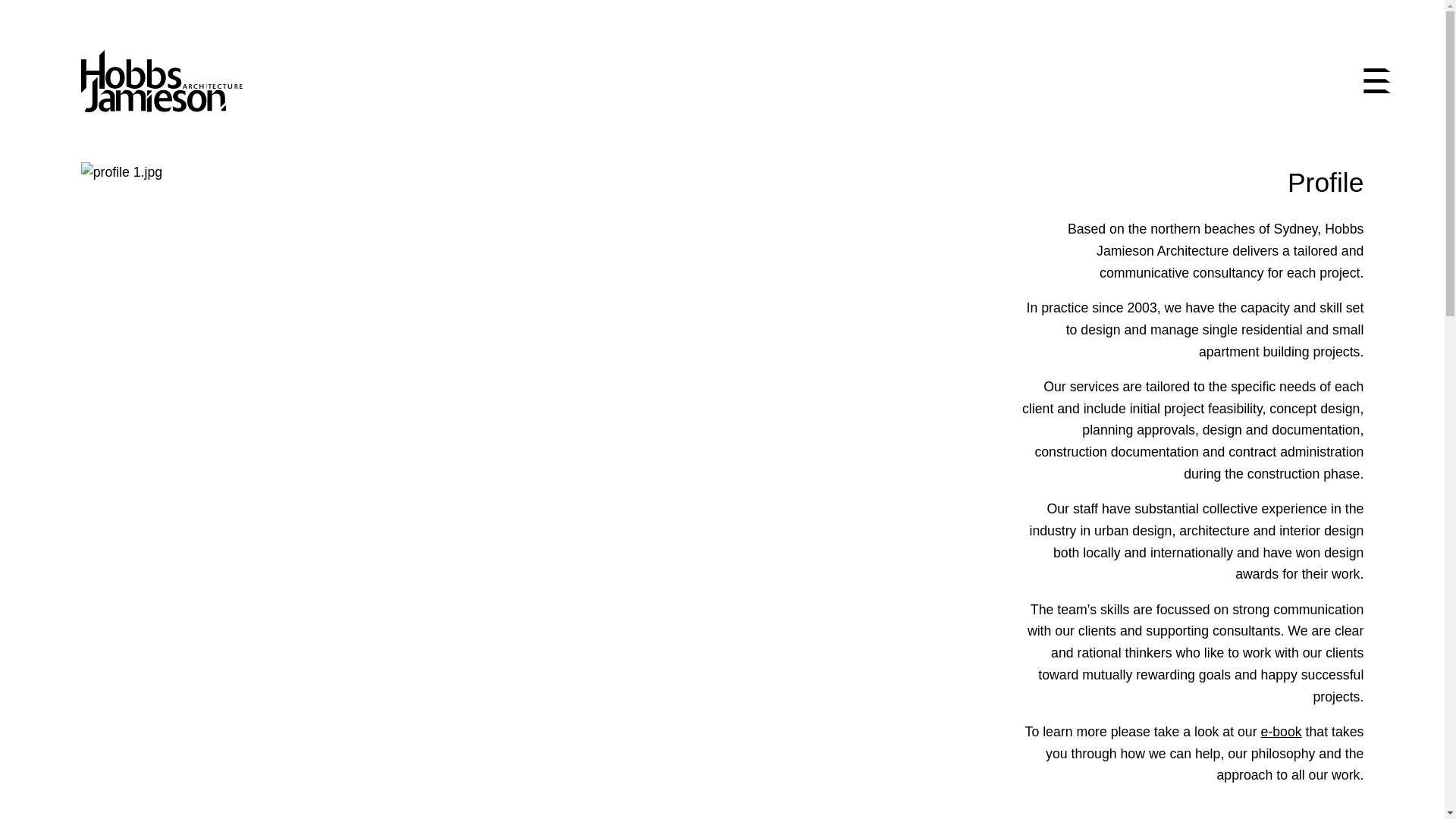  Describe the element at coordinates (1280, 730) in the screenshot. I see `'e-book'` at that location.